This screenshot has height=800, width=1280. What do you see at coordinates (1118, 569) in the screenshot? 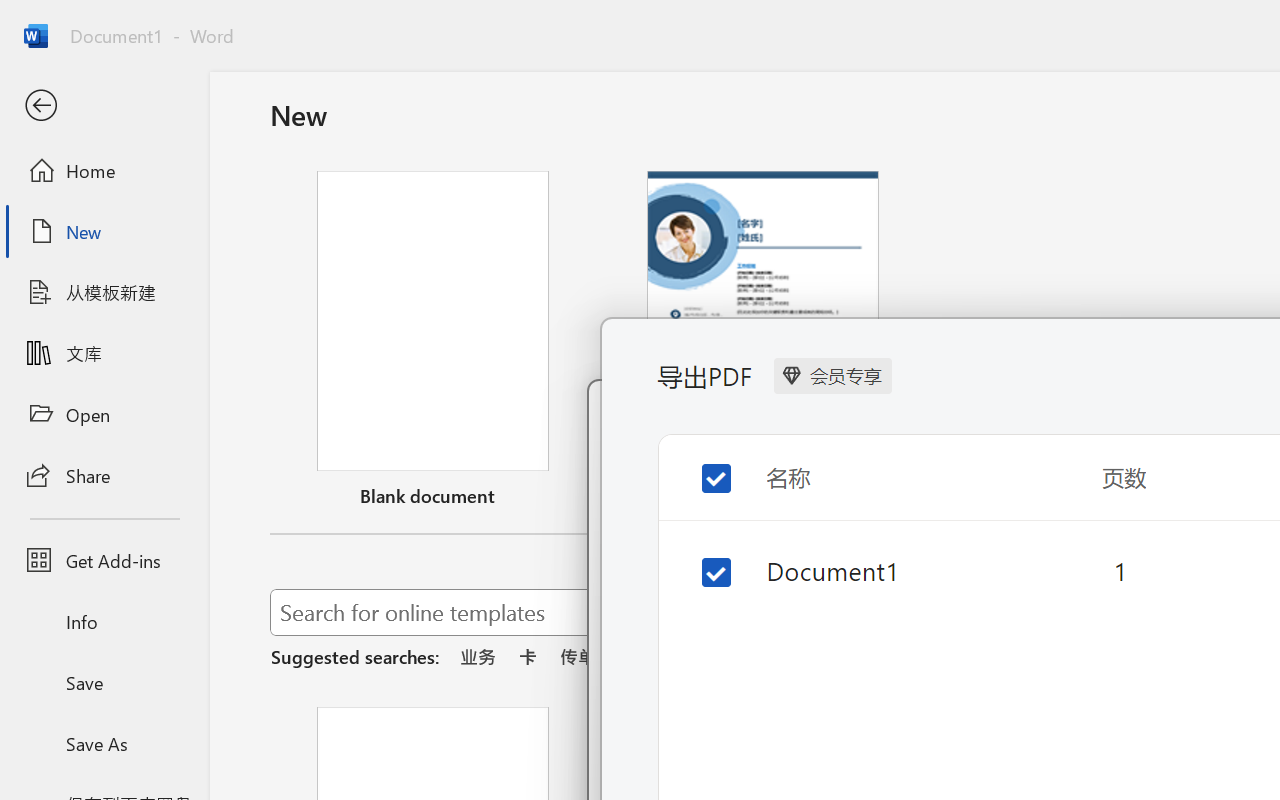
I see `'1'` at bounding box center [1118, 569].